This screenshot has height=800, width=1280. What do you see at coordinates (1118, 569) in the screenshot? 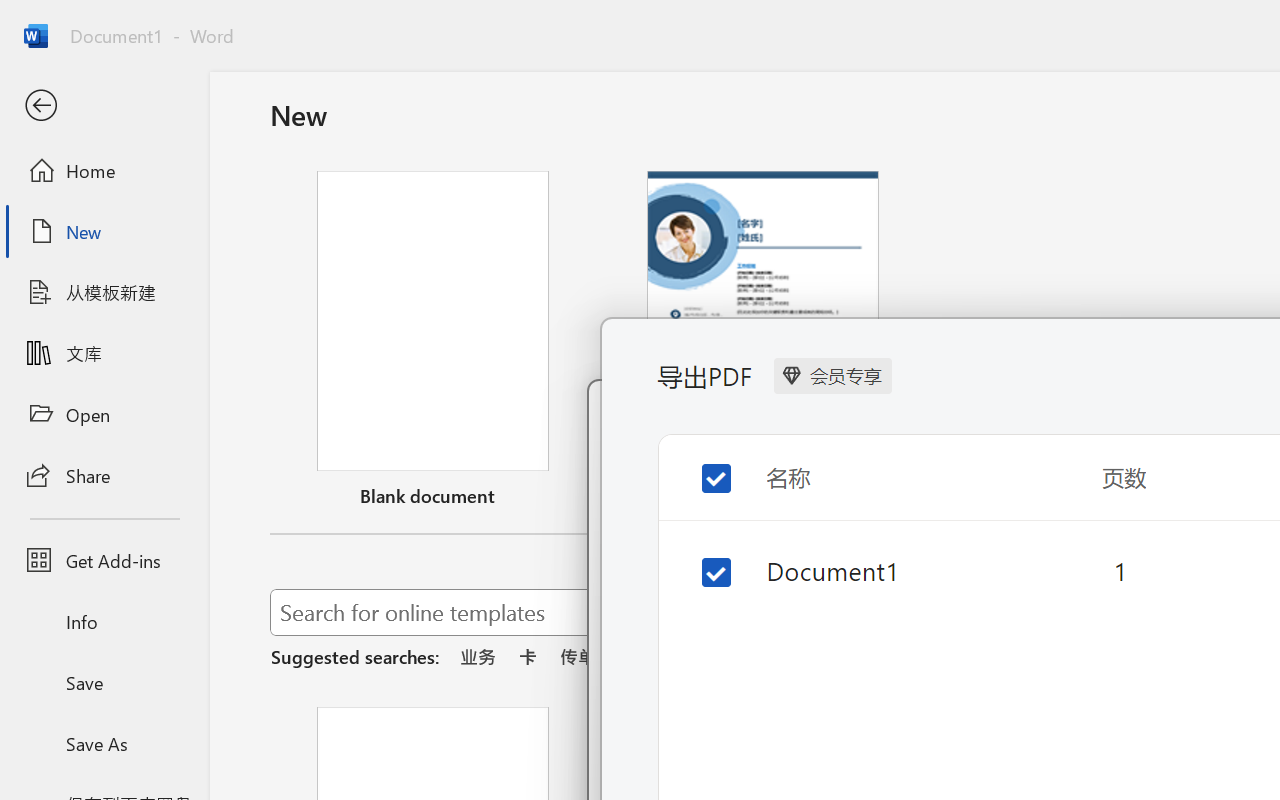
I see `'1'` at bounding box center [1118, 569].